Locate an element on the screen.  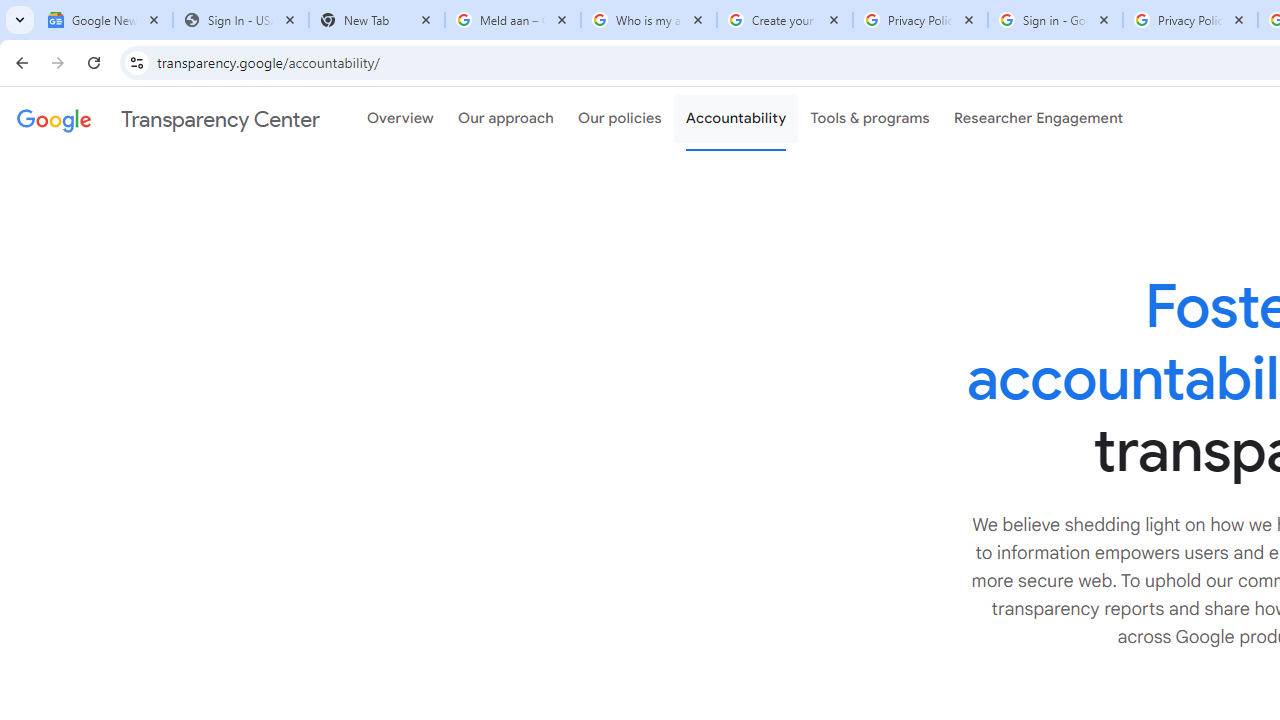
'Who is my administrator? - Google Account Help' is located at coordinates (648, 20).